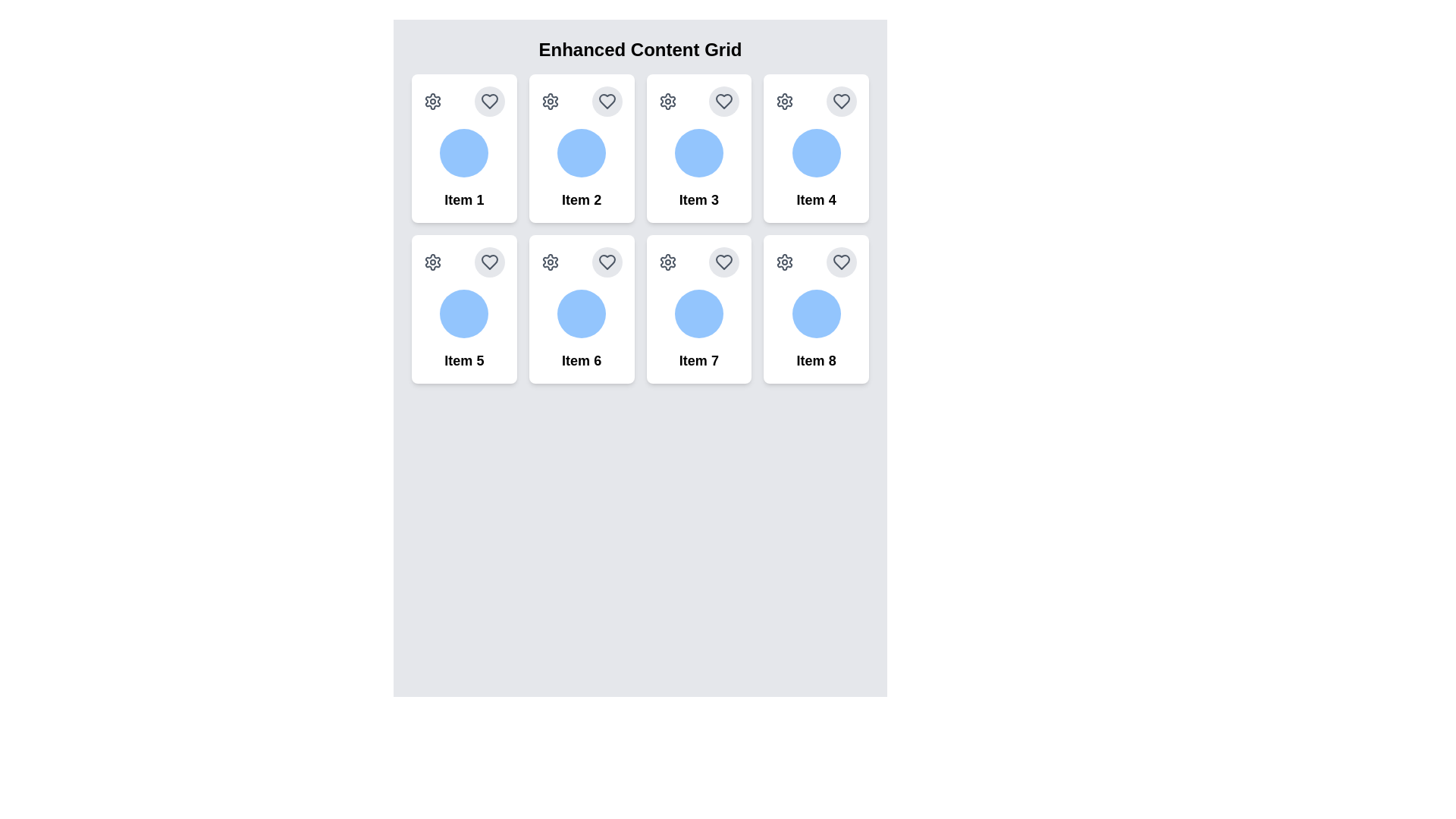  I want to click on the 'like' button located in the top-right corner of the card for 'Item 8', so click(840, 262).